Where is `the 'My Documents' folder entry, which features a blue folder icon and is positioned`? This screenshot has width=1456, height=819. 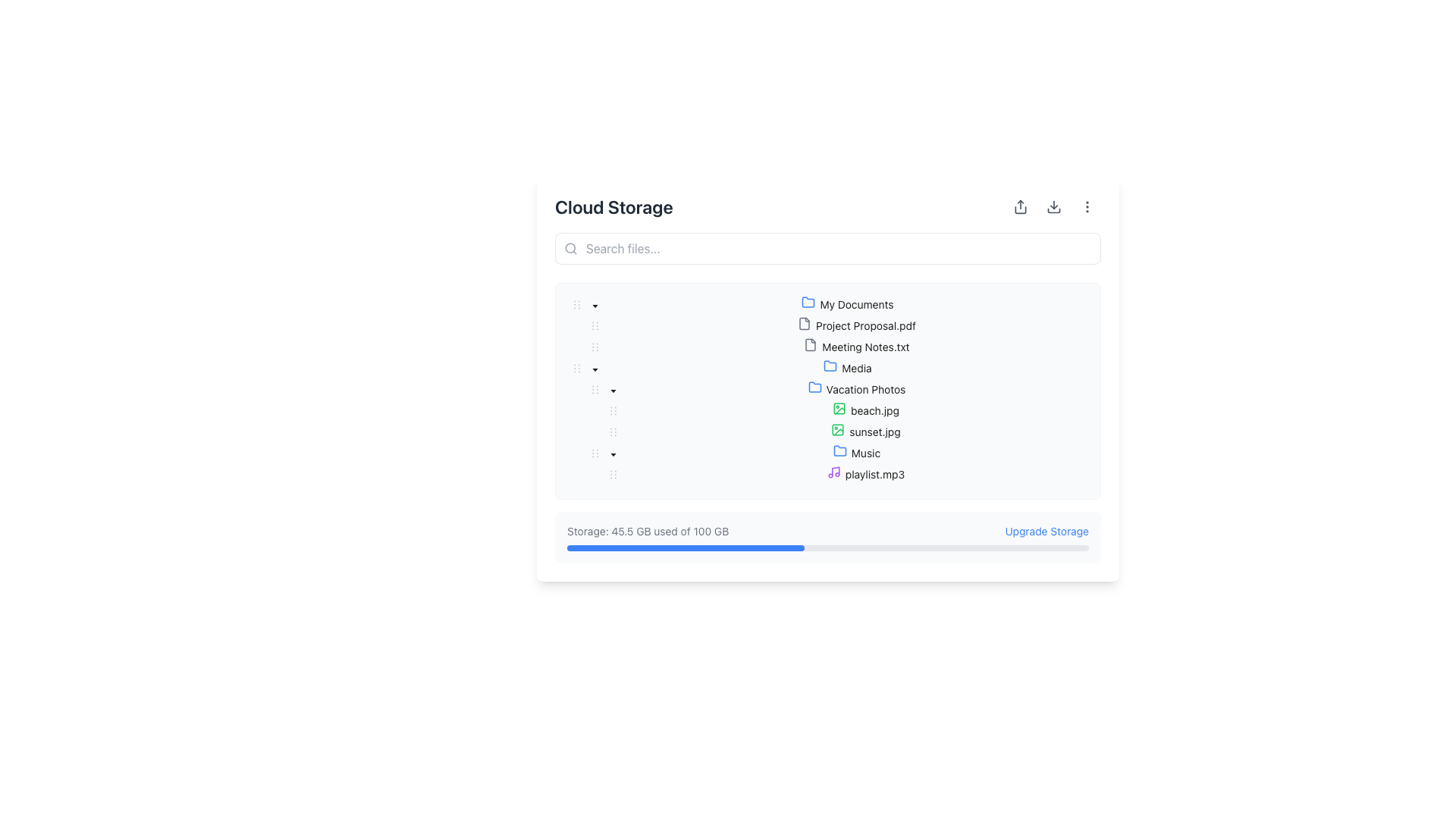
the 'My Documents' folder entry, which features a blue folder icon and is positioned is located at coordinates (847, 304).